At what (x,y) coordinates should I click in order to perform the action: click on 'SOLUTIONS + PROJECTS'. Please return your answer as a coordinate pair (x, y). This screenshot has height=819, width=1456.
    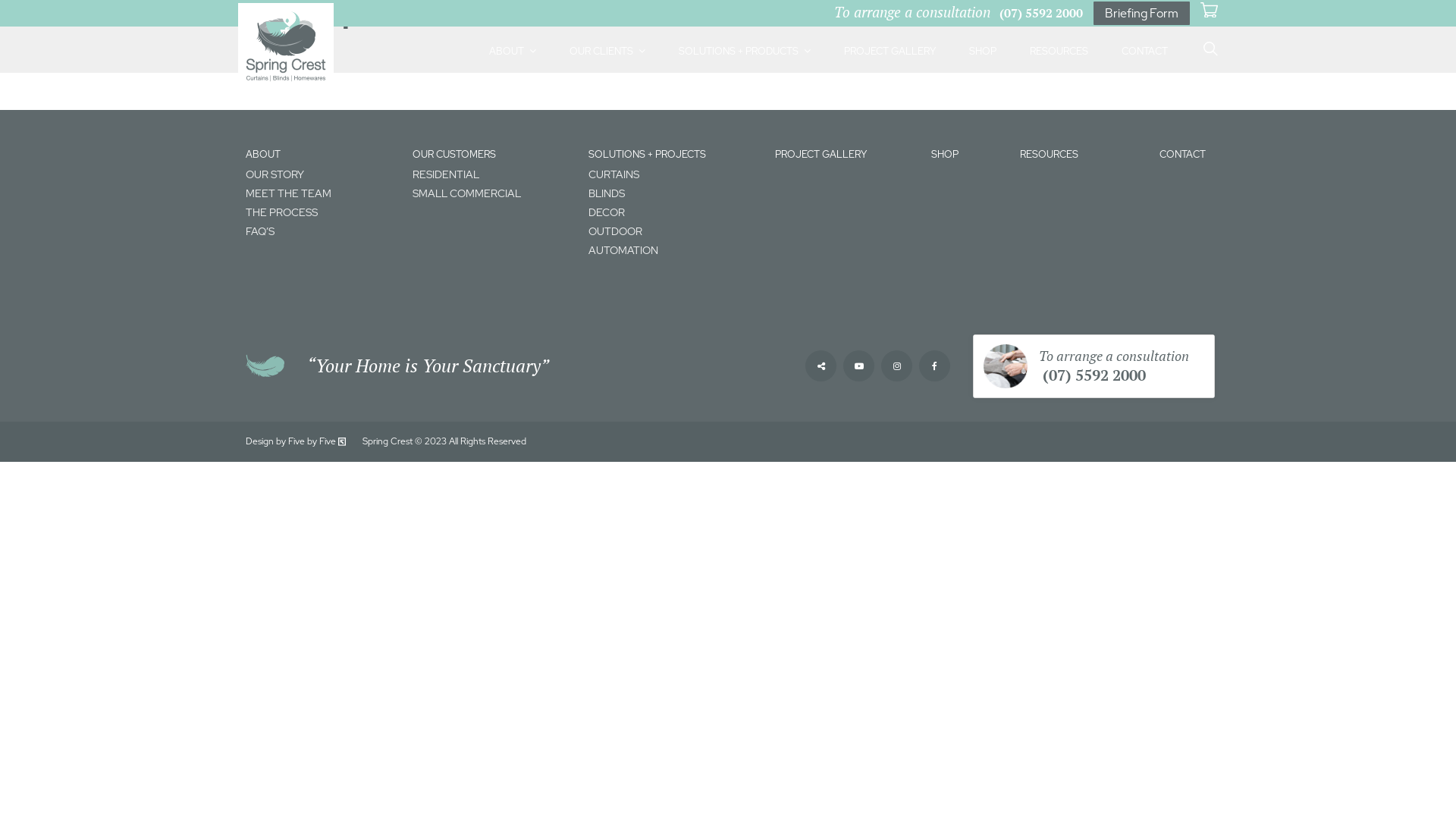
    Looking at the image, I should click on (647, 154).